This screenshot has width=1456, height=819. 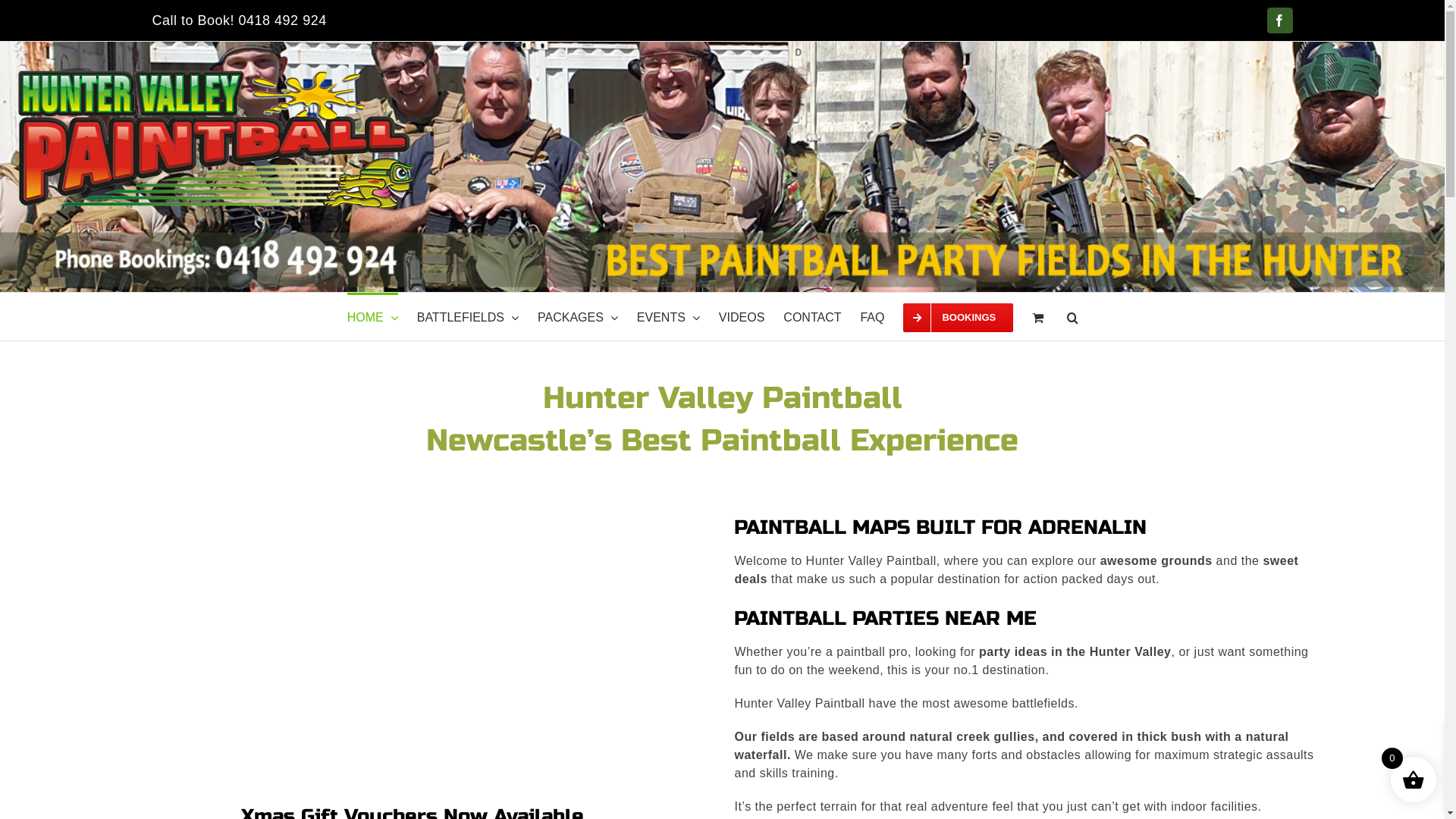 What do you see at coordinates (1279, 20) in the screenshot?
I see `'Facebook'` at bounding box center [1279, 20].